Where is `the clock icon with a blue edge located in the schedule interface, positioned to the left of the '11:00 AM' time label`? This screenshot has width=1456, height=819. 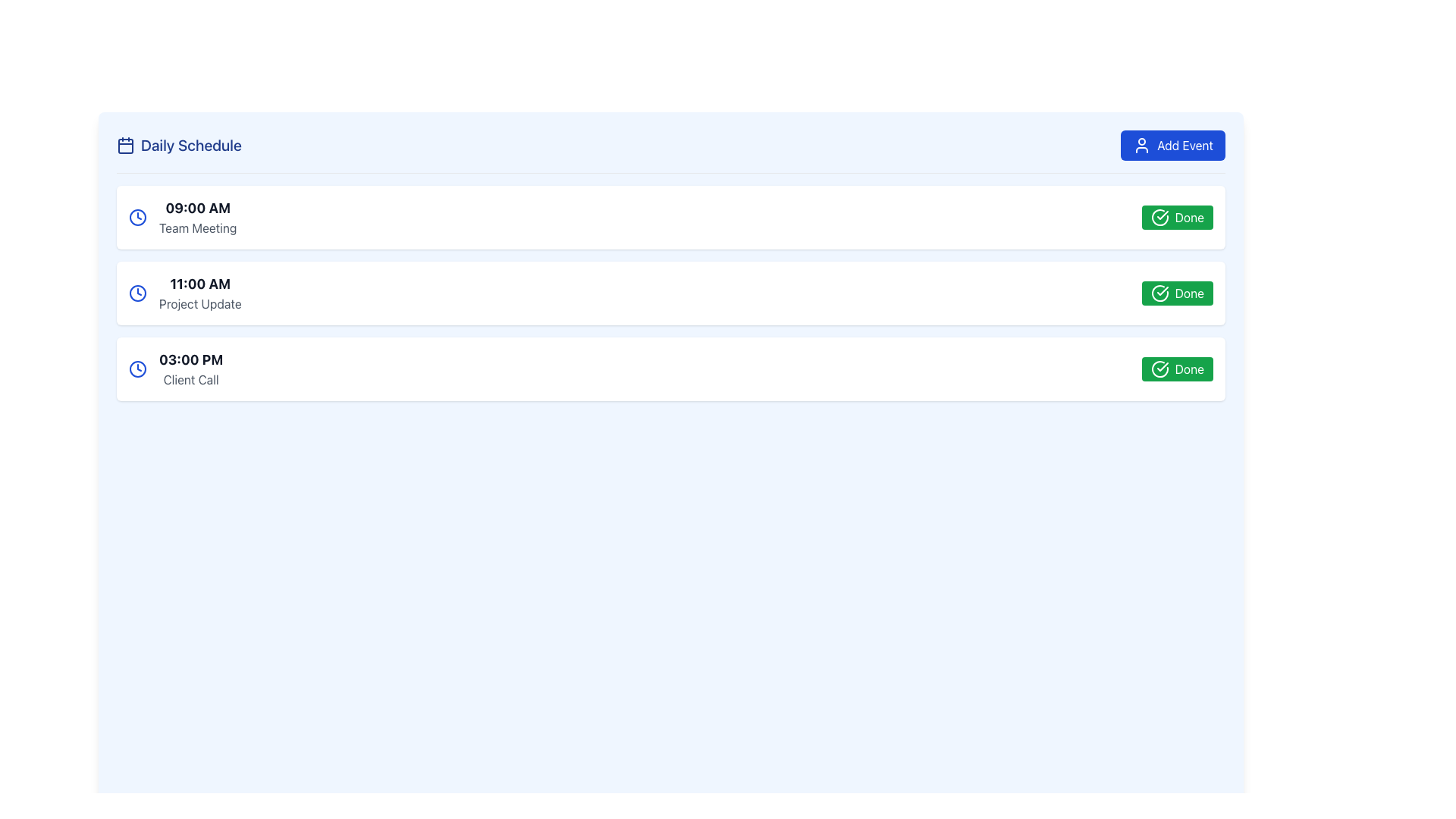
the clock icon with a blue edge located in the schedule interface, positioned to the left of the '11:00 AM' time label is located at coordinates (138, 293).